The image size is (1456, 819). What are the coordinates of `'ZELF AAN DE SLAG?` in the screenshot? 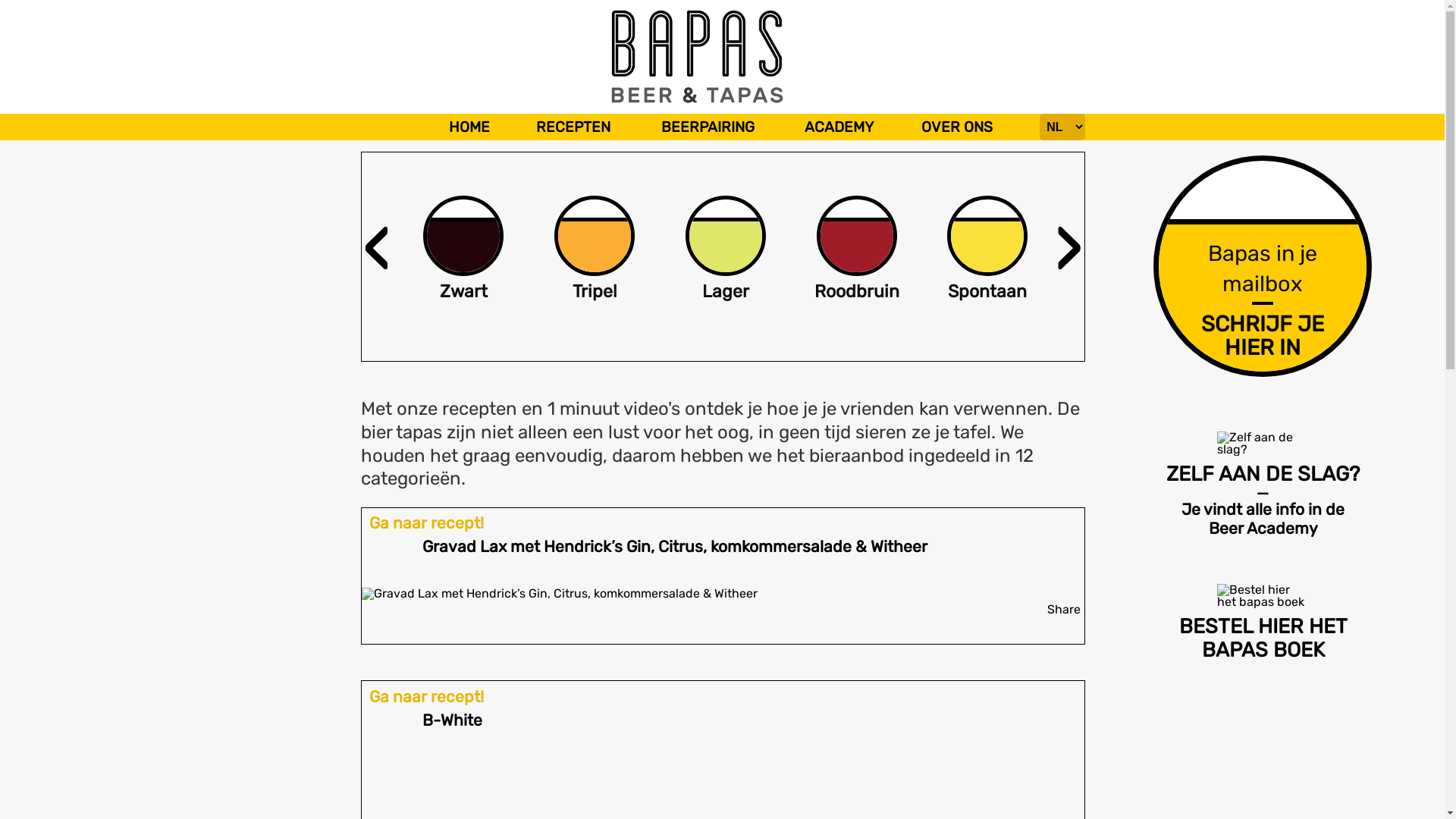 It's located at (1271, 483).